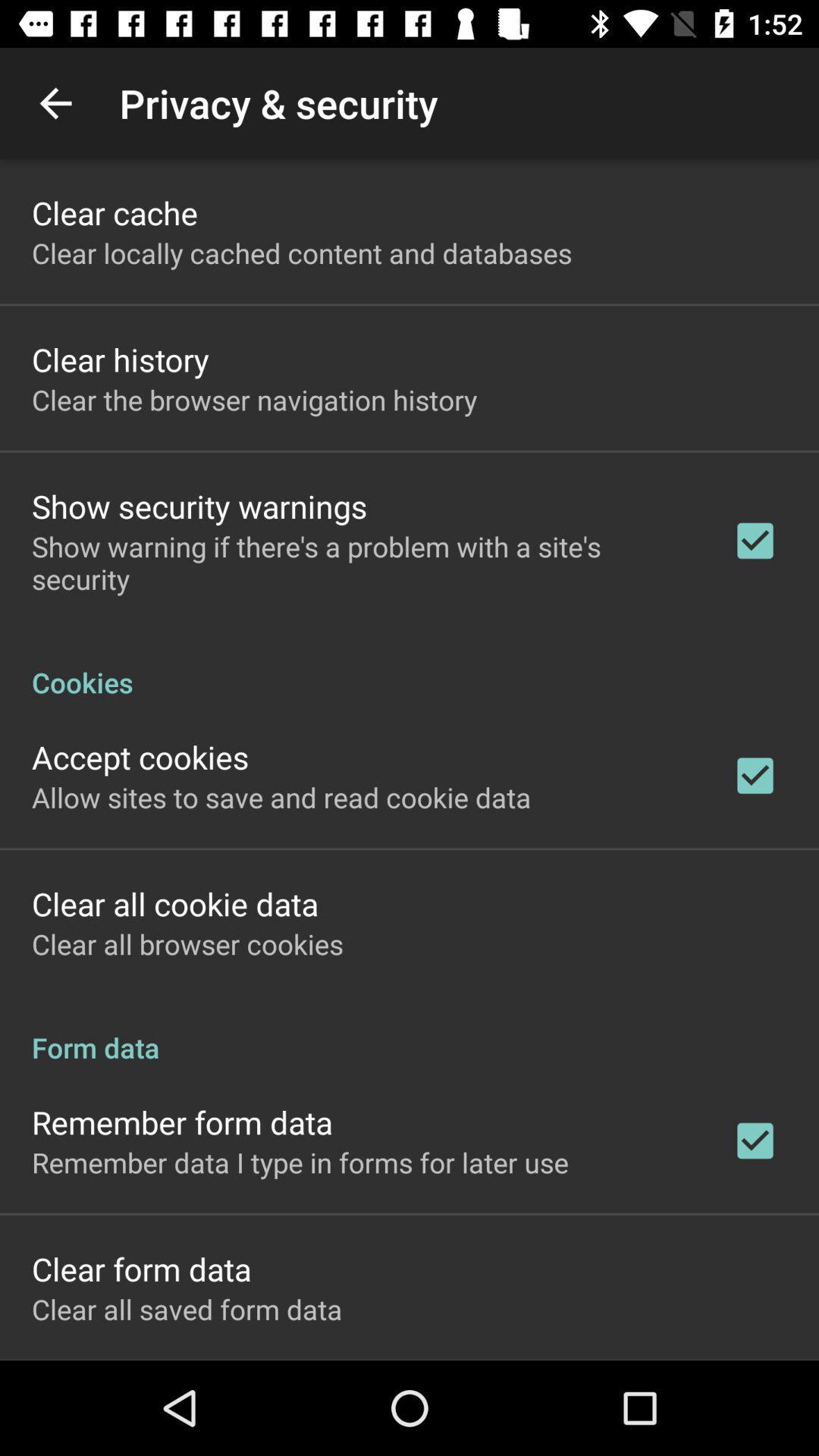 This screenshot has width=819, height=1456. Describe the element at coordinates (362, 562) in the screenshot. I see `icon above cookies app` at that location.